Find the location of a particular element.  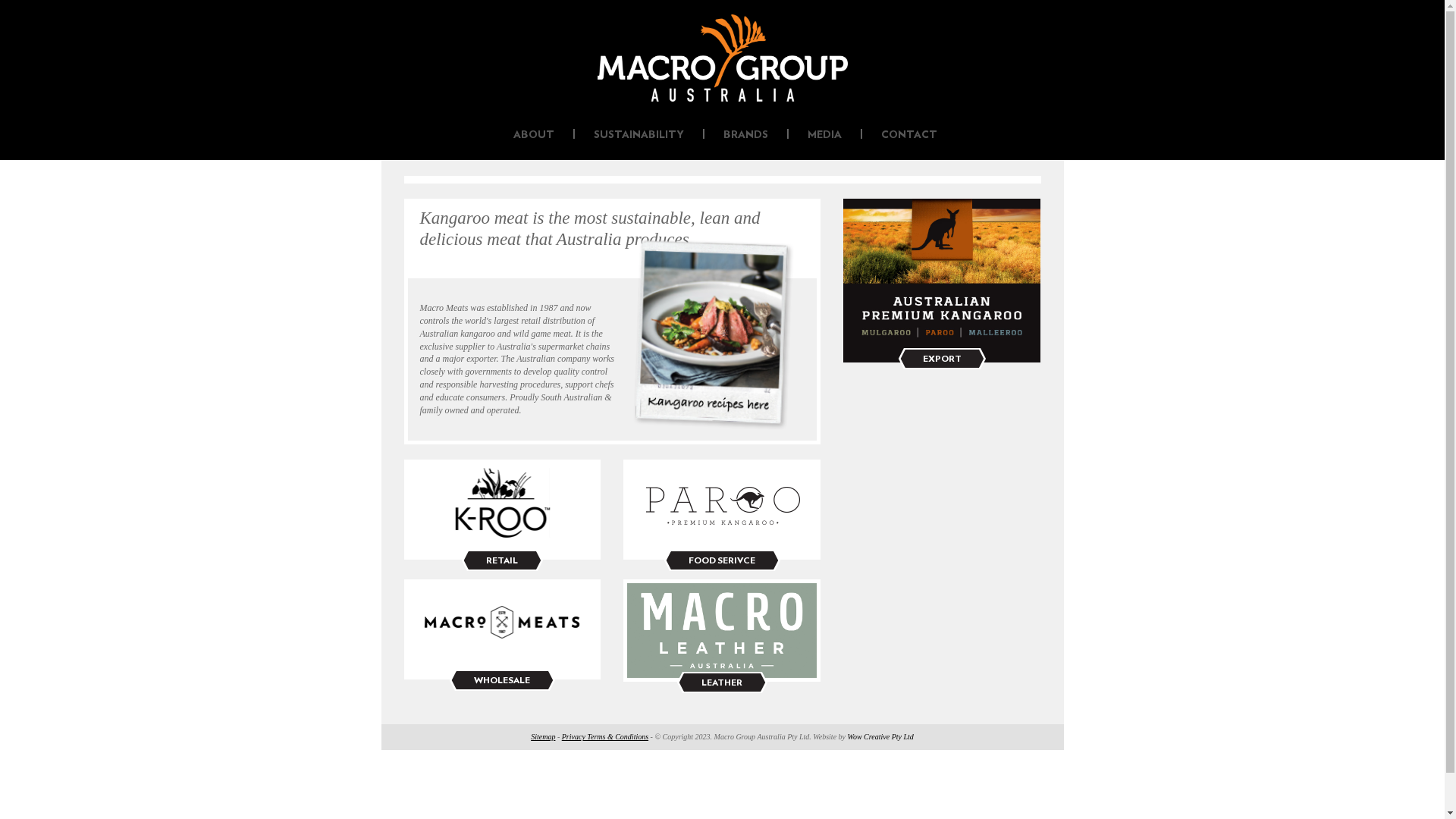

'Wow Creative Pty Ltd' is located at coordinates (880, 736).